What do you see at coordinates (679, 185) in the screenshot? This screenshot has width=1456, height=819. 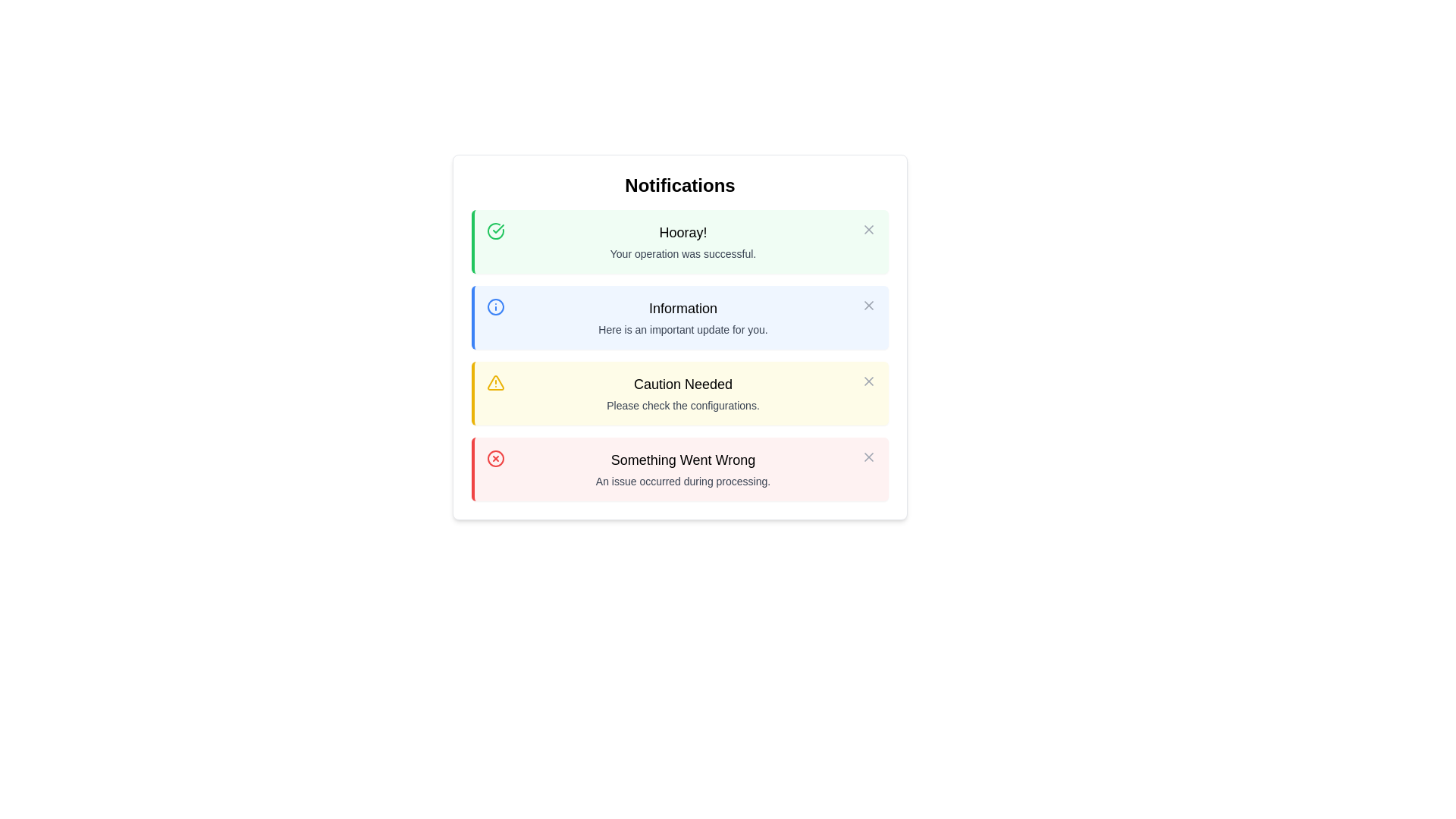 I see `the 'Notifications' title element, which is displayed in a bold, large font and is centered at the top of the Notifications panel` at bounding box center [679, 185].